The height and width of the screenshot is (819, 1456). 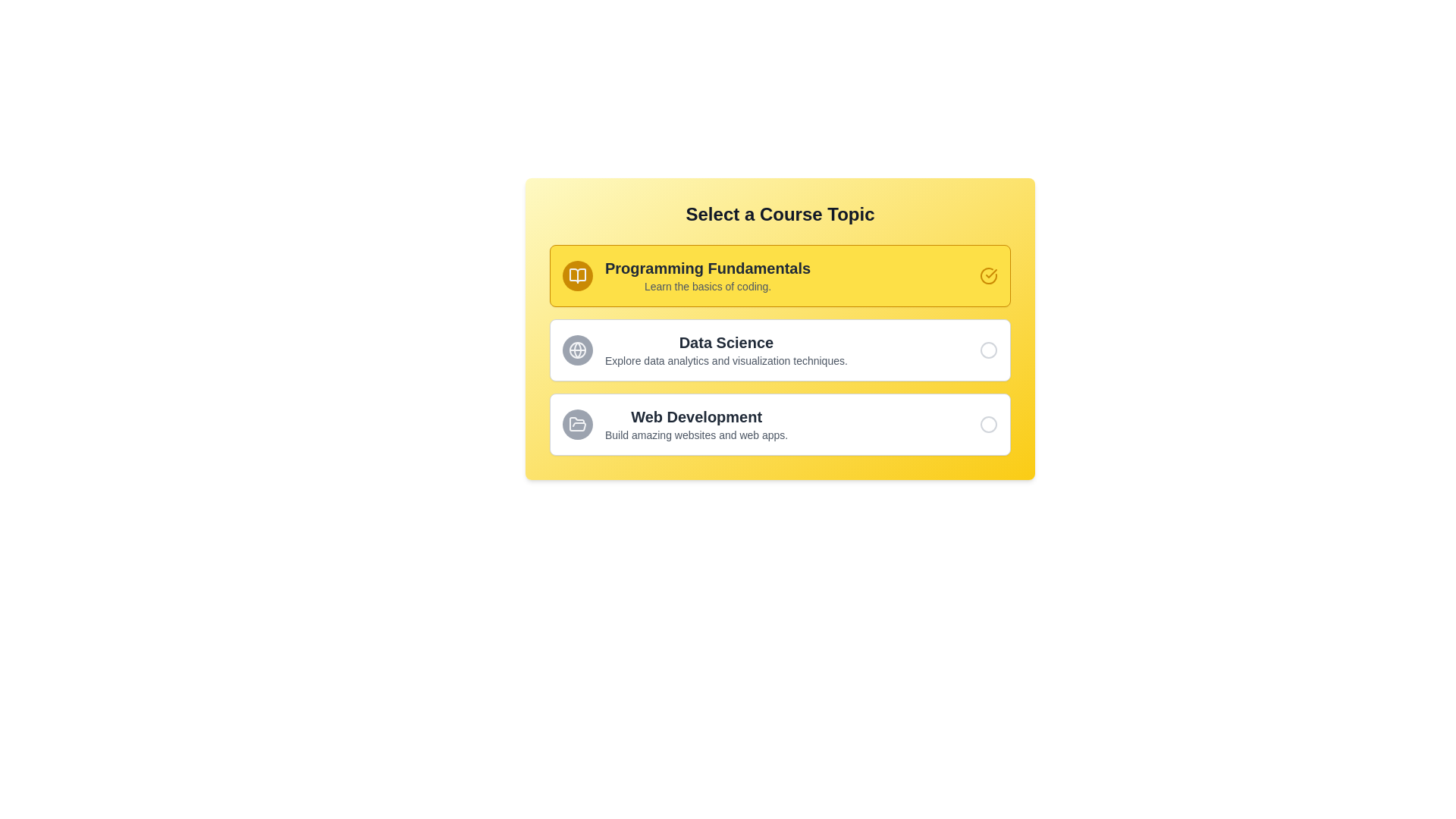 What do you see at coordinates (707, 268) in the screenshot?
I see `the 'Programming Fundamentals' text label, which is displayed in a large, bold font on a yellow background, located at the top of the first course option in the list` at bounding box center [707, 268].